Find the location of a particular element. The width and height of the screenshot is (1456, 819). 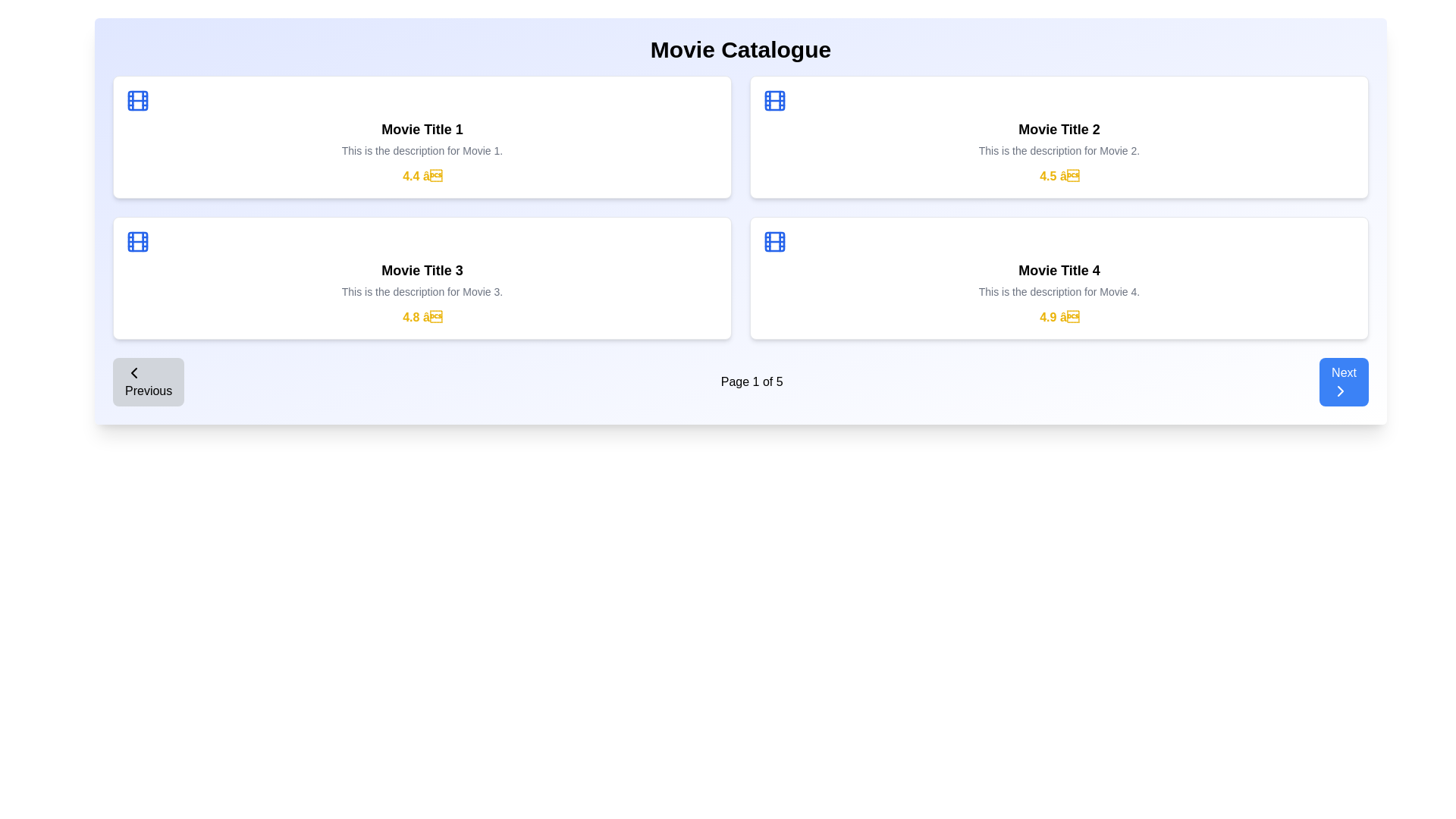

the Rating display label located within the movie card for 'Movie Title 1', positioned below the description text and above other elements is located at coordinates (422, 175).